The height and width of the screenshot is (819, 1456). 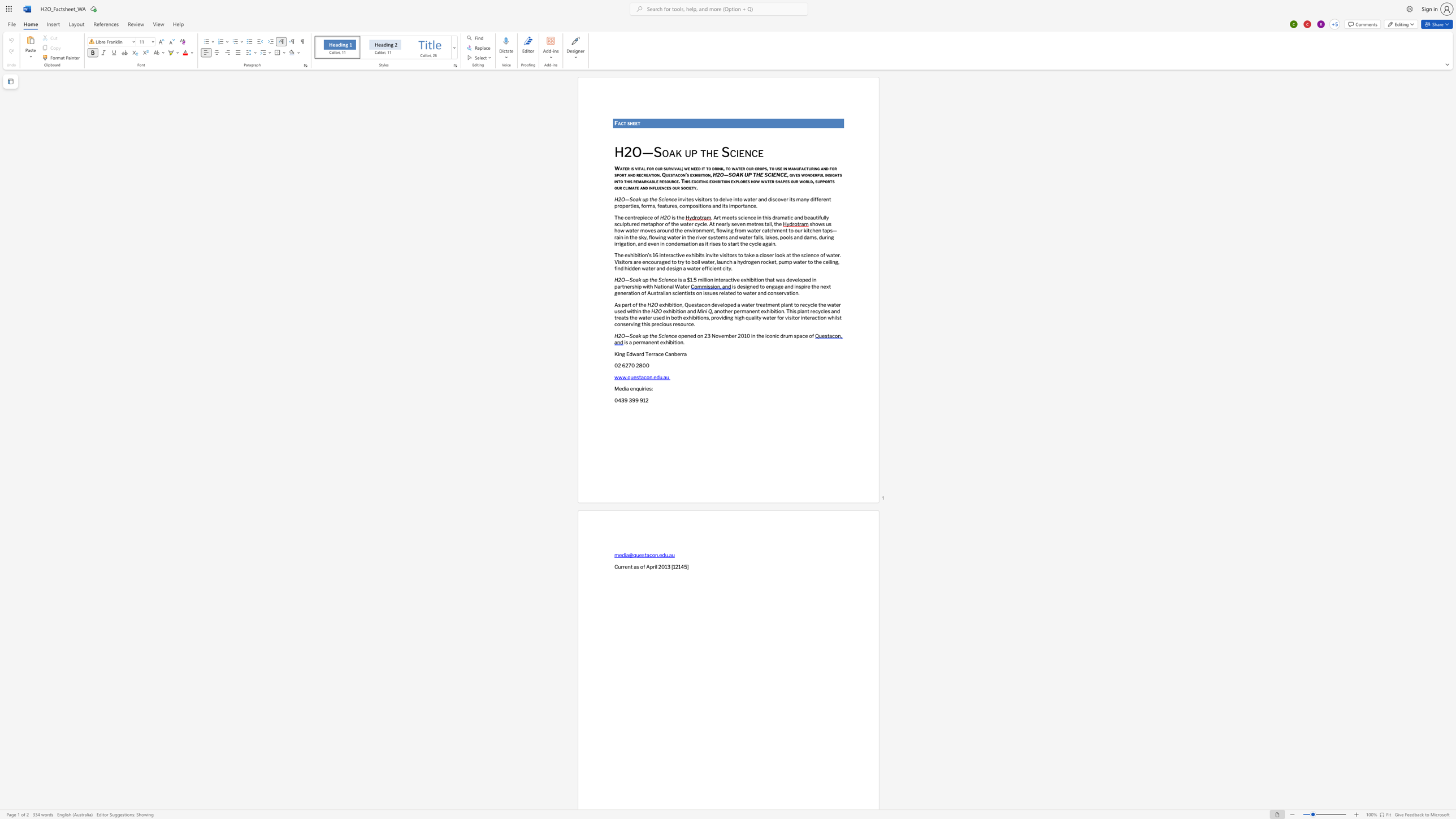 I want to click on the 1th character "O" in the text, so click(x=637, y=153).